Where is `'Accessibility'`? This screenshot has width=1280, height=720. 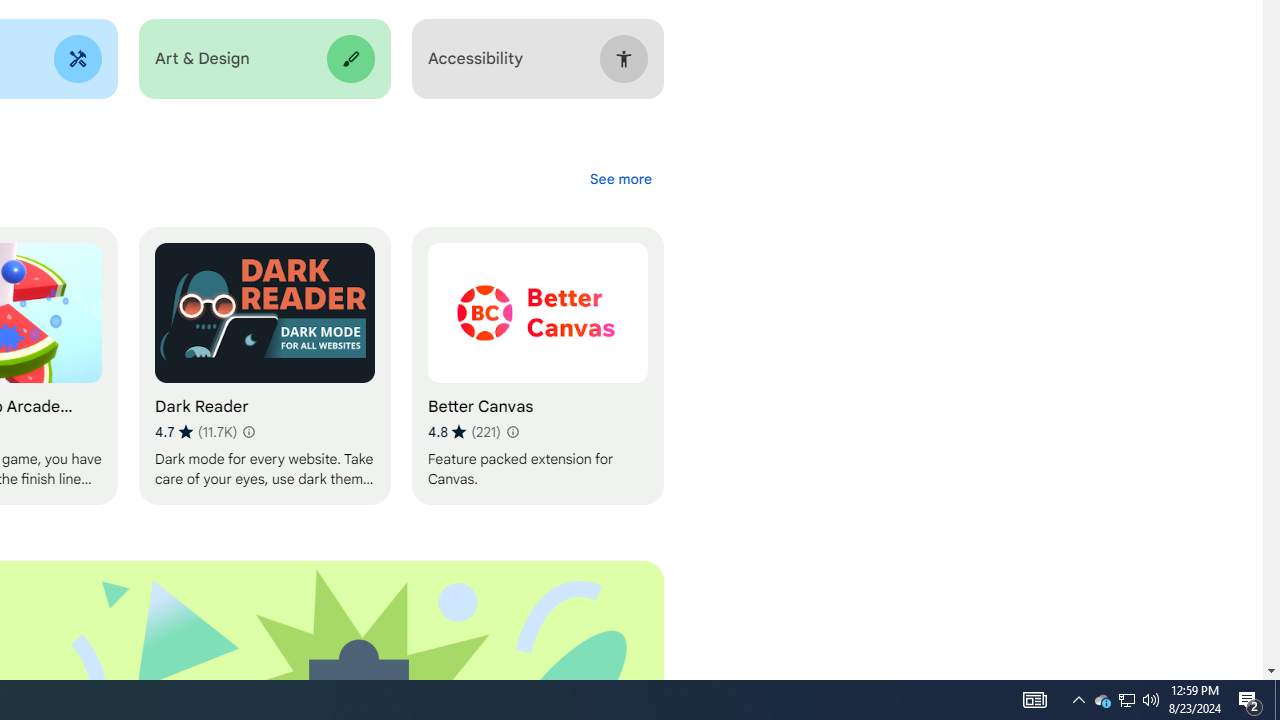
'Accessibility' is located at coordinates (537, 58).